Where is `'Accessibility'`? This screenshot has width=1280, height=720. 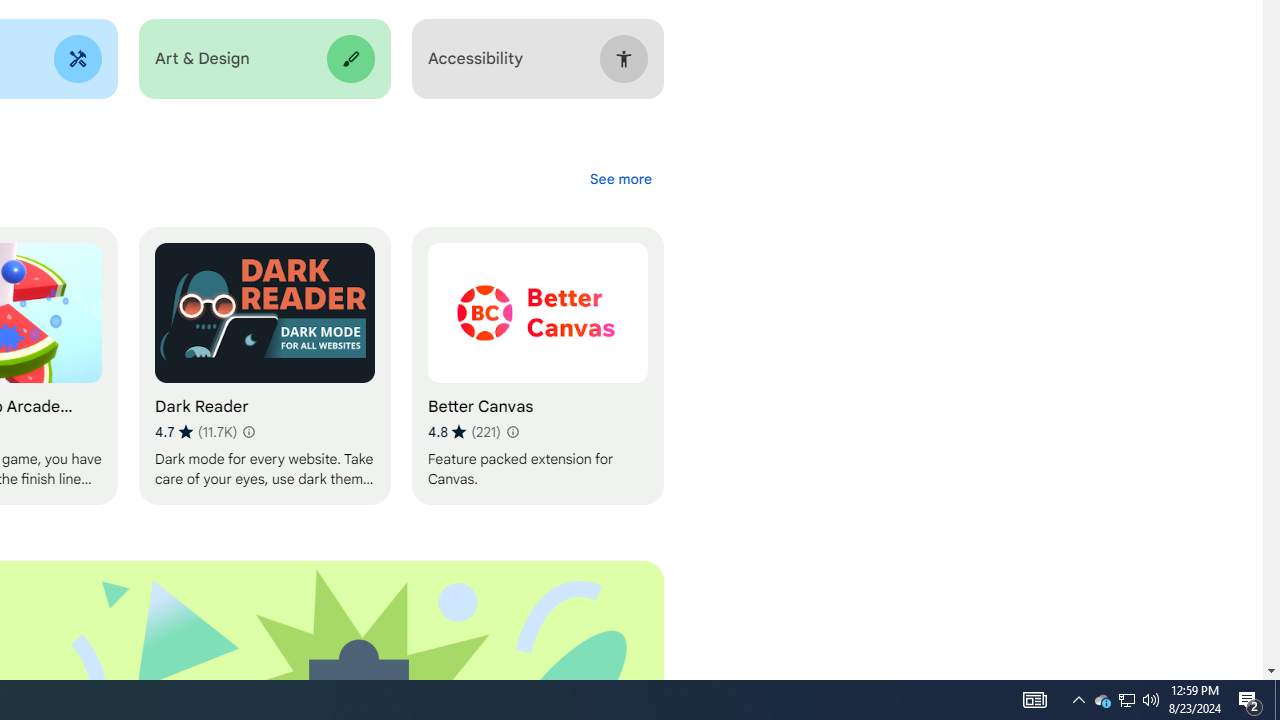
'Accessibility' is located at coordinates (537, 58).